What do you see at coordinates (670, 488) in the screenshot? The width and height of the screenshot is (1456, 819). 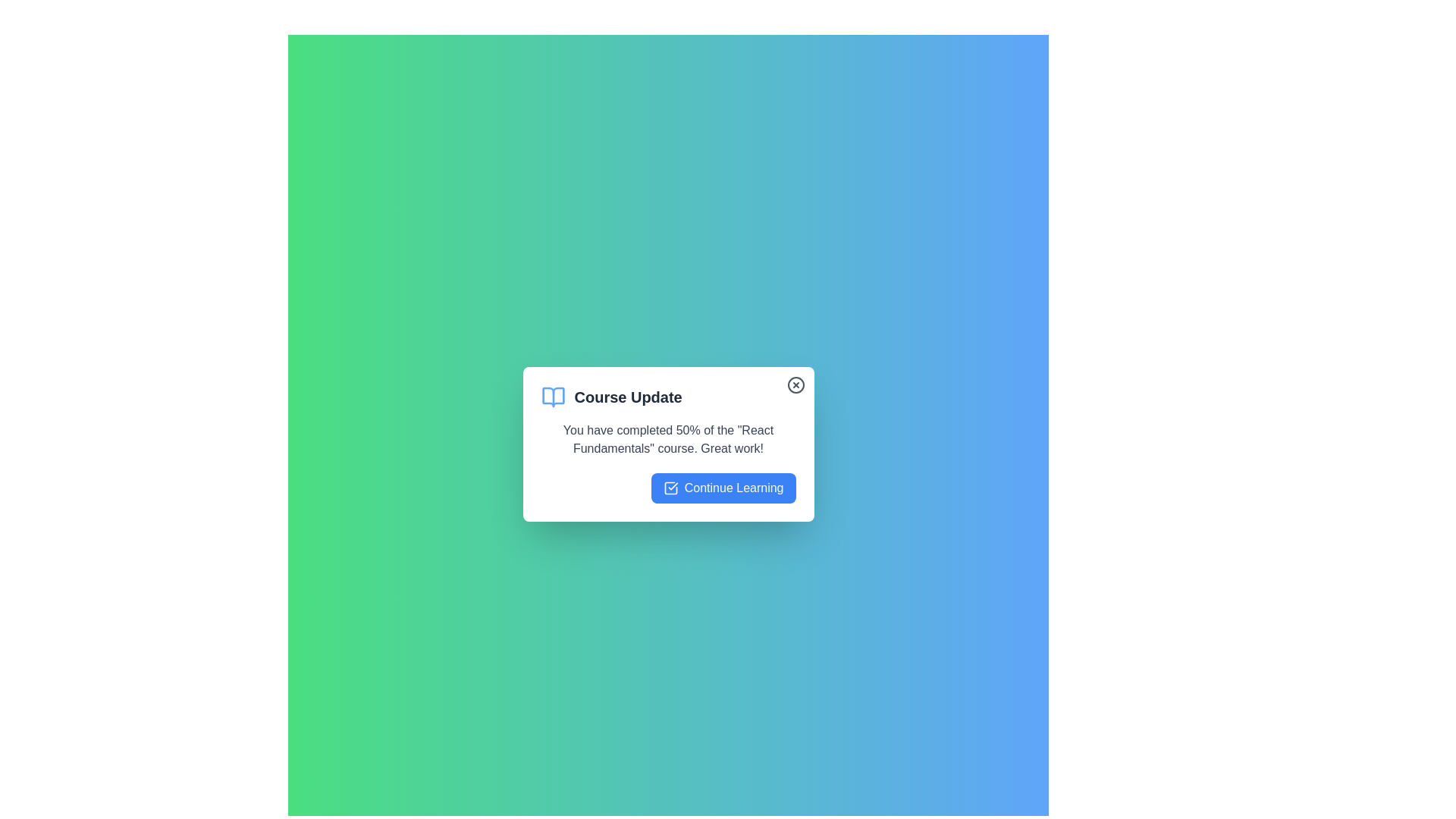 I see `the icon resembling a square with rounded corners, part of the notification card located at the top-left of the icon group containing a square and a checkmark` at bounding box center [670, 488].